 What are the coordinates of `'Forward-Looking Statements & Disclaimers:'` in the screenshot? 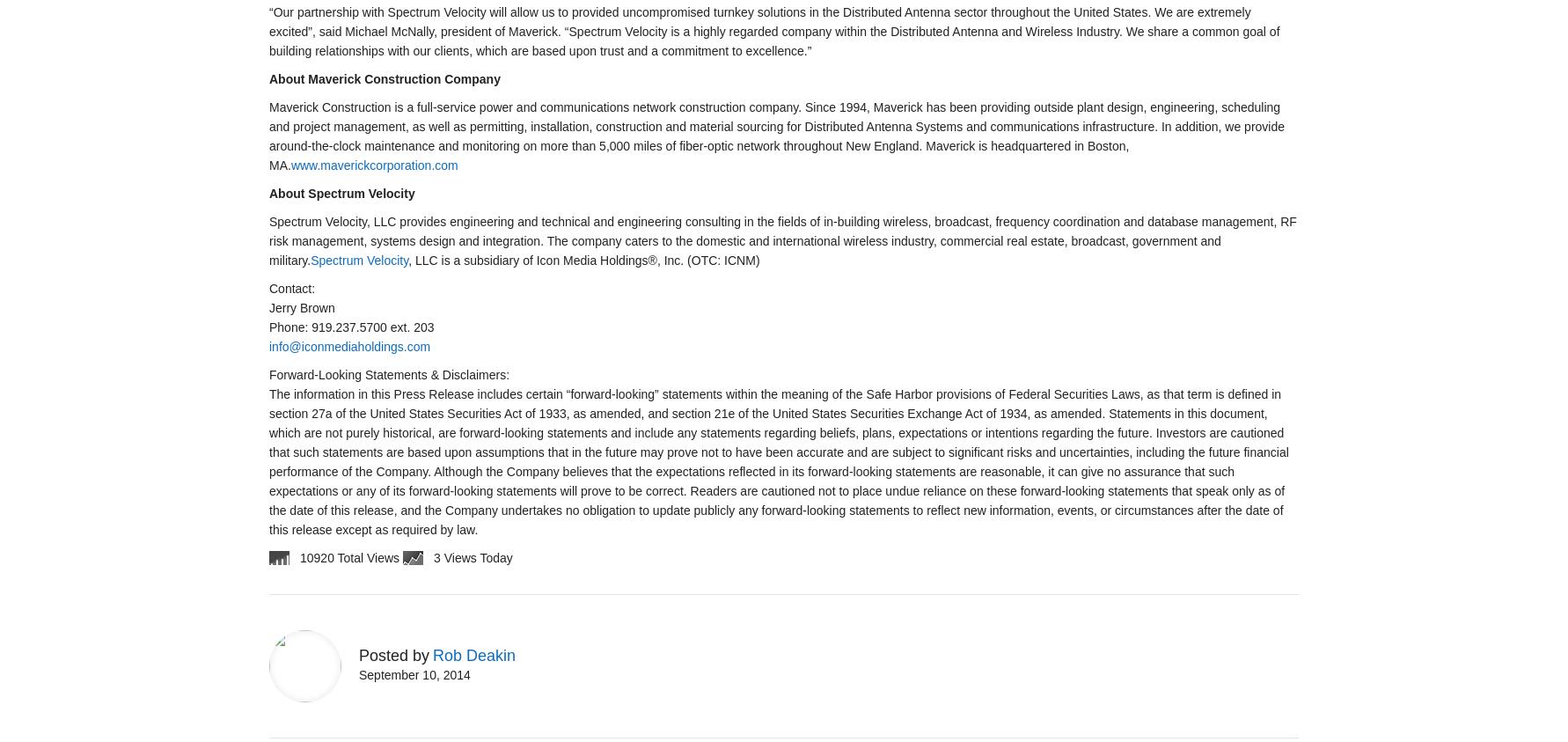 It's located at (389, 374).